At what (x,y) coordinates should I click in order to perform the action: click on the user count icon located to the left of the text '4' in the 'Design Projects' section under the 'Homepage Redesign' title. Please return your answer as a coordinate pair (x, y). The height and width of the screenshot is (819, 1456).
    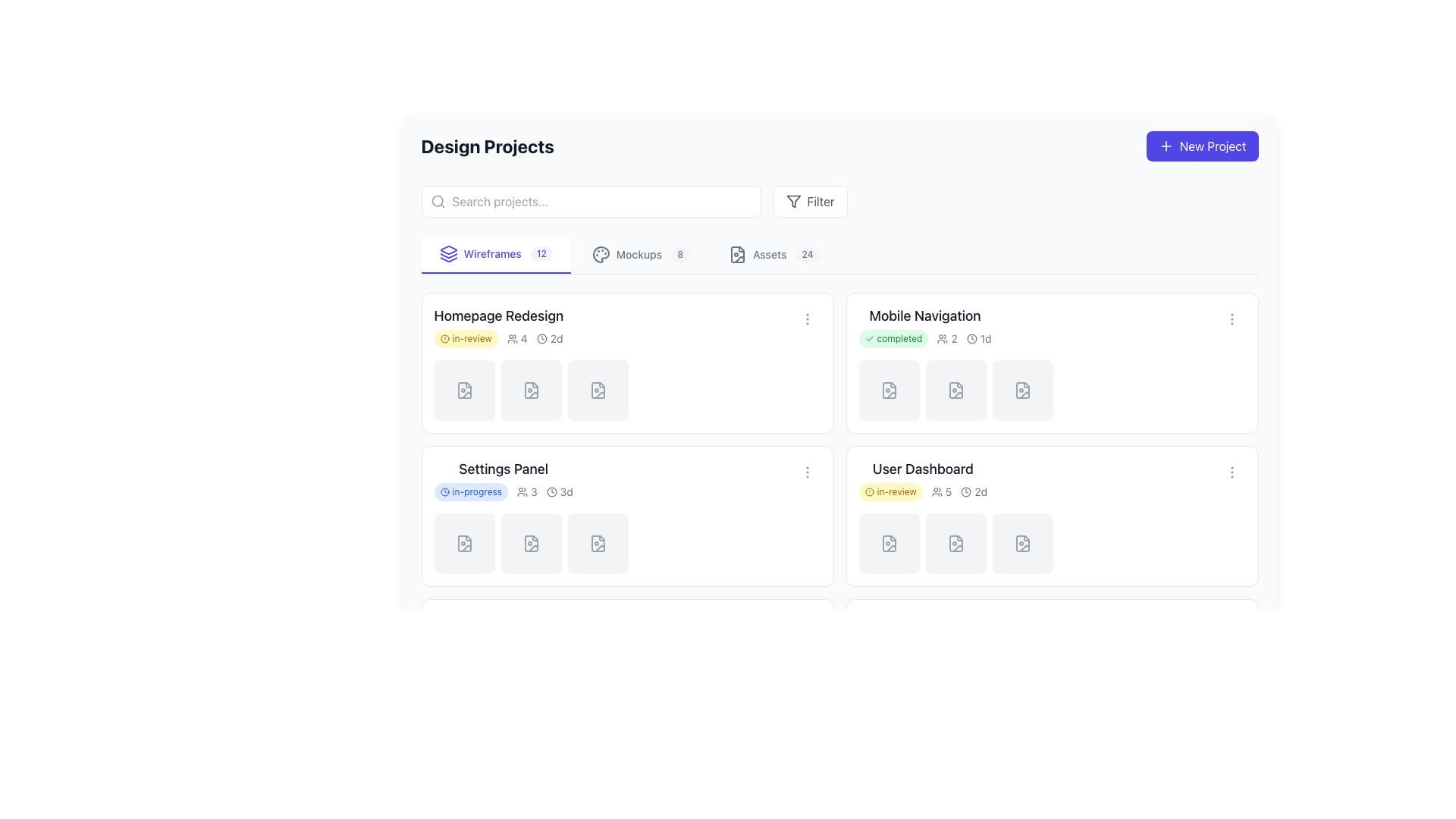
    Looking at the image, I should click on (512, 338).